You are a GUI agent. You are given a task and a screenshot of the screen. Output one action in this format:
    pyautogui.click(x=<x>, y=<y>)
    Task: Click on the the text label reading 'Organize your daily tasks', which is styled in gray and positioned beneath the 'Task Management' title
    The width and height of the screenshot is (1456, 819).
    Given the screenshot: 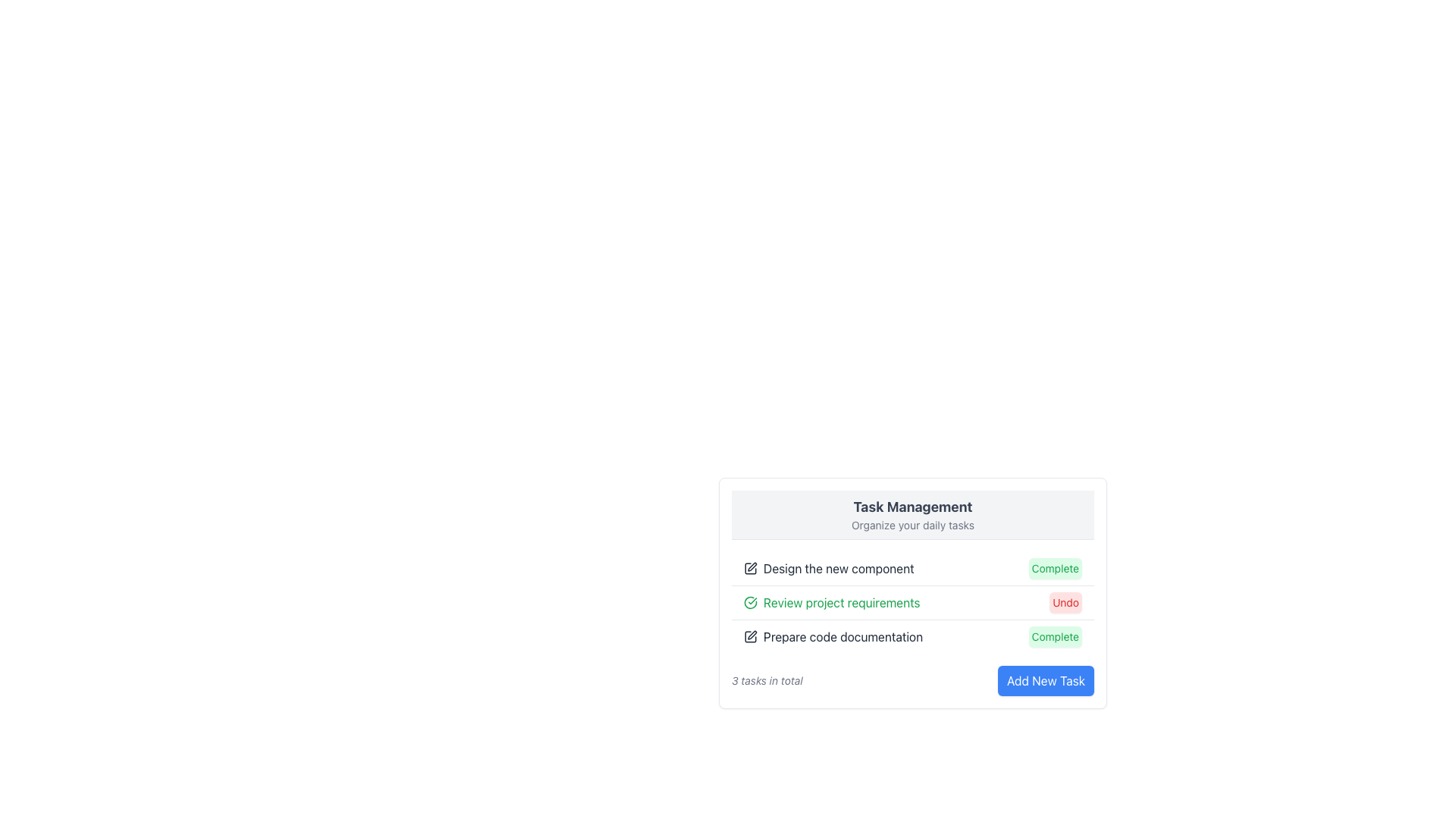 What is the action you would take?
    pyautogui.click(x=912, y=525)
    